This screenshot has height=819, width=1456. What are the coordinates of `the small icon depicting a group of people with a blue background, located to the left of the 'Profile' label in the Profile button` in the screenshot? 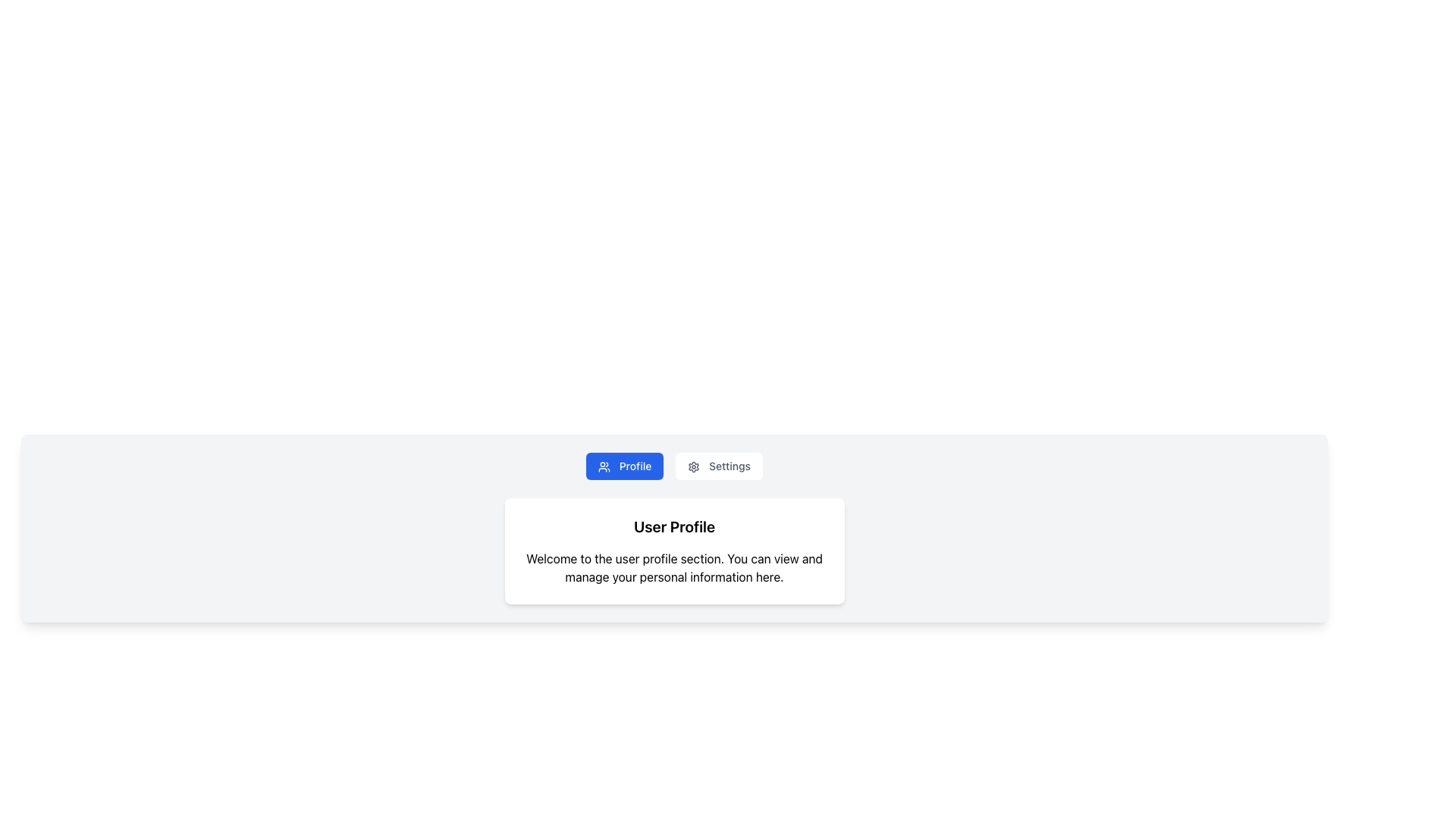 It's located at (603, 466).